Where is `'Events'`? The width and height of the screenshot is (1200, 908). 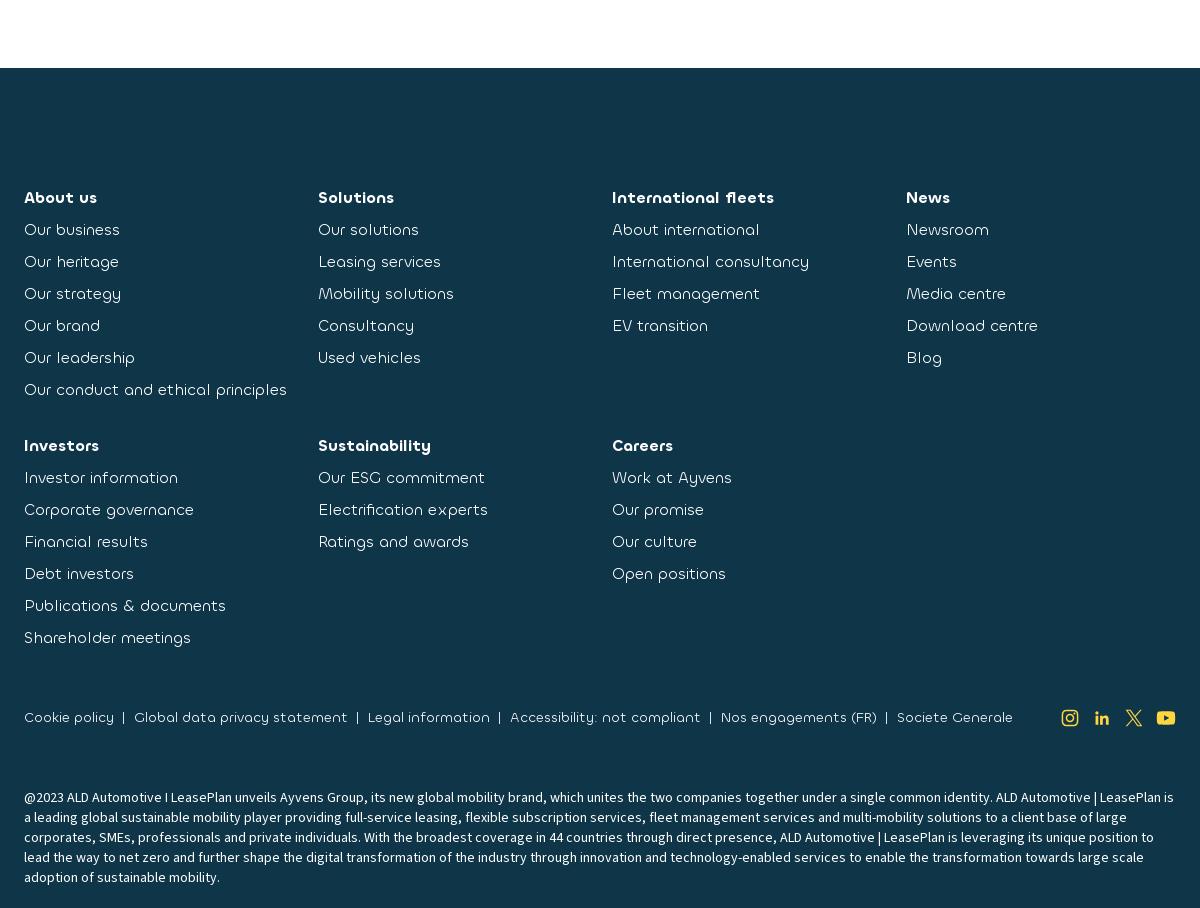 'Events' is located at coordinates (931, 260).